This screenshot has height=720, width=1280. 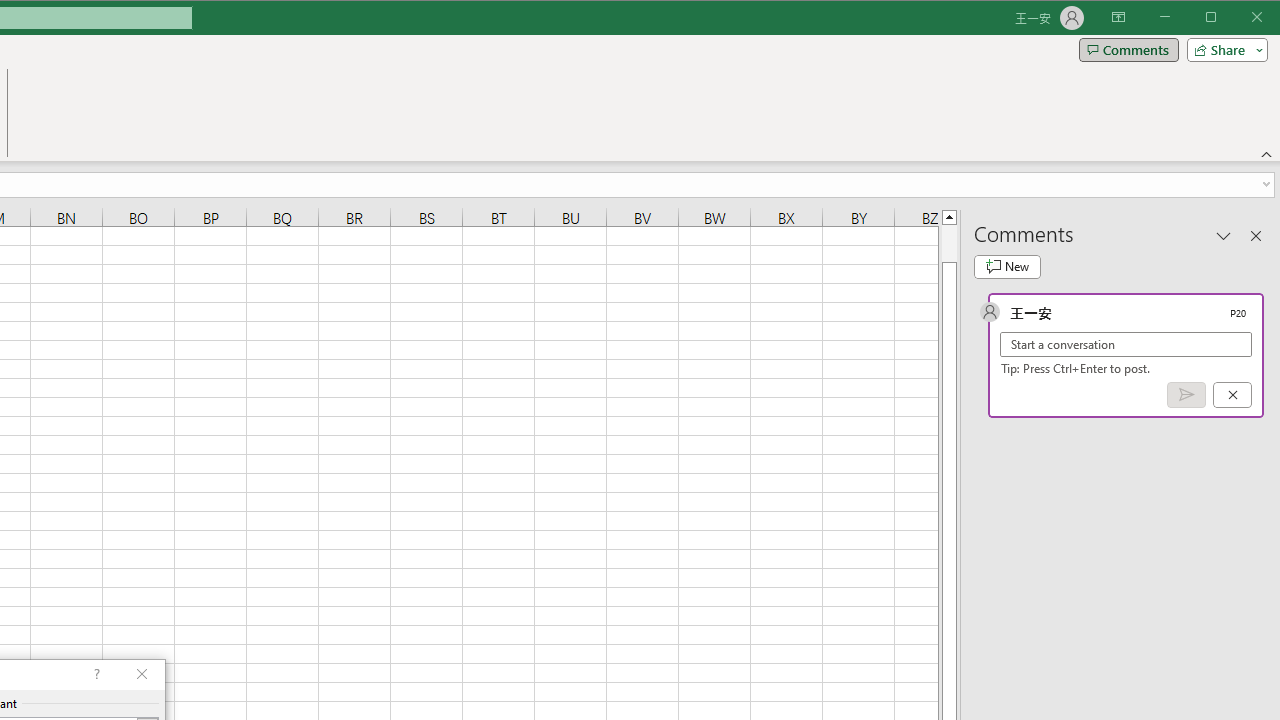 I want to click on 'Post comment (Ctrl + Enter)', so click(x=1186, y=395).